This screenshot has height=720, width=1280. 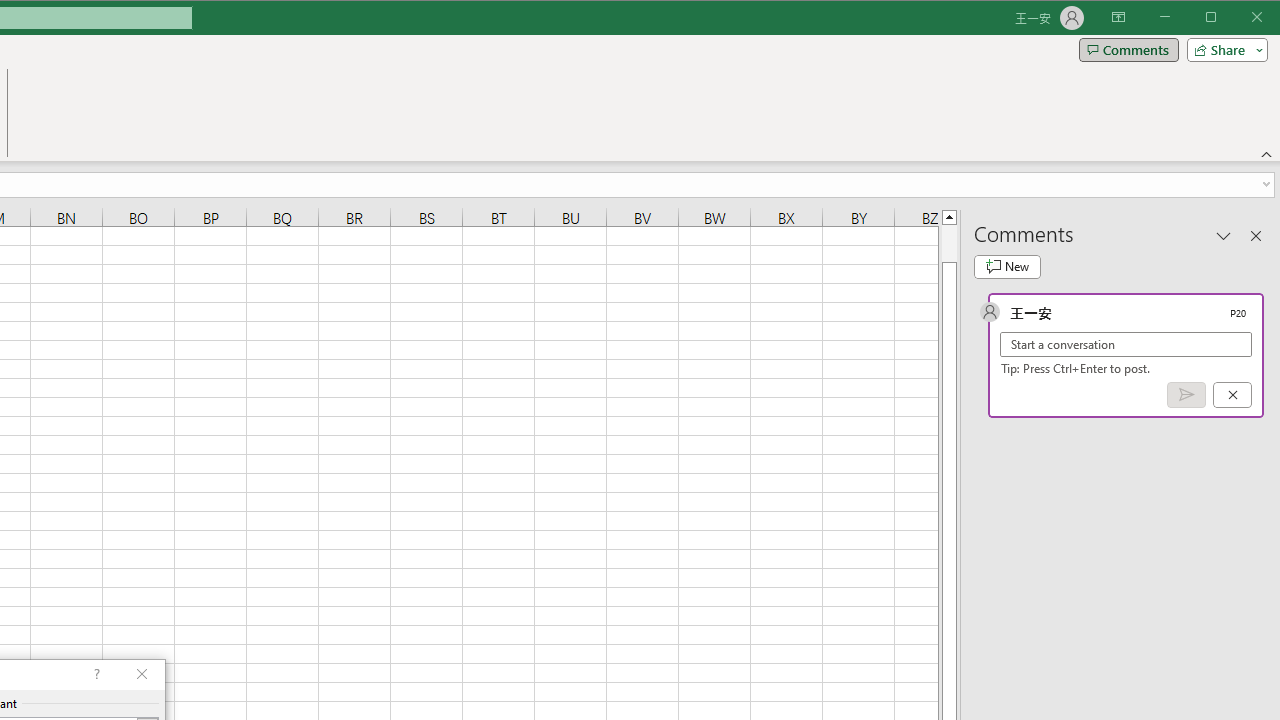 I want to click on 'Post comment (Ctrl + Enter)', so click(x=1186, y=395).